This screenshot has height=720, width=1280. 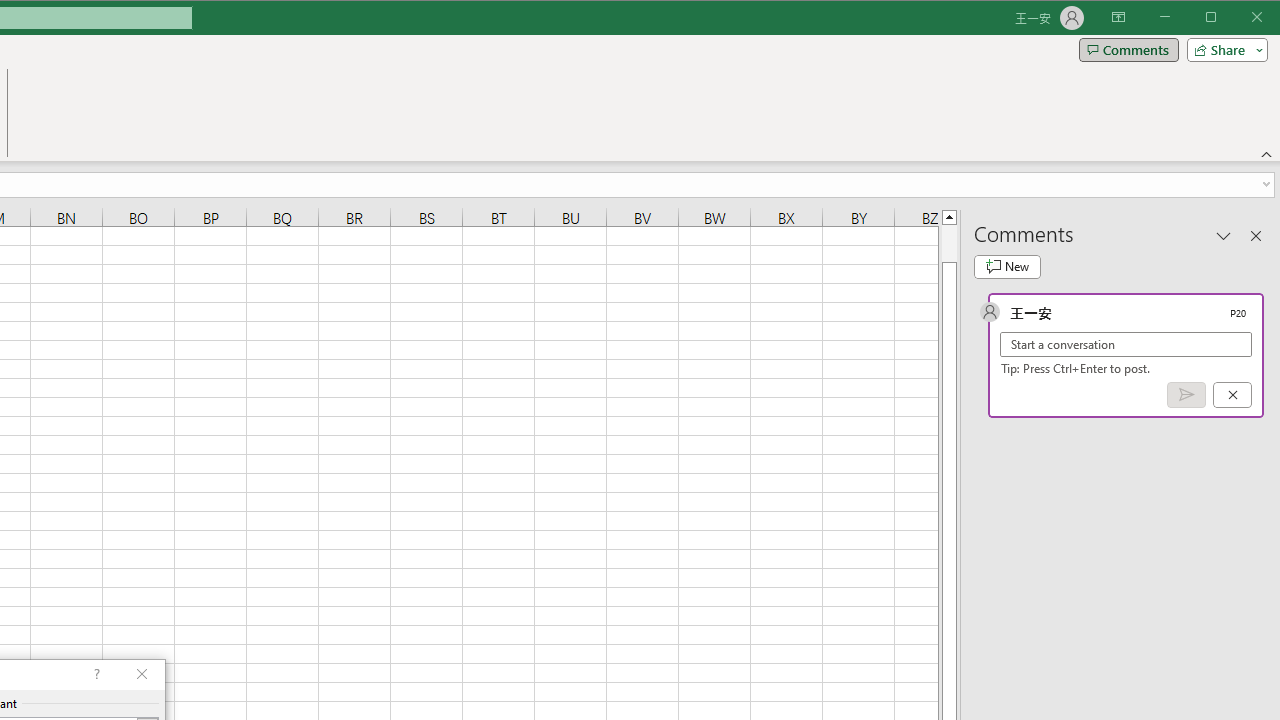 I want to click on 'Post comment (Ctrl + Enter)', so click(x=1186, y=395).